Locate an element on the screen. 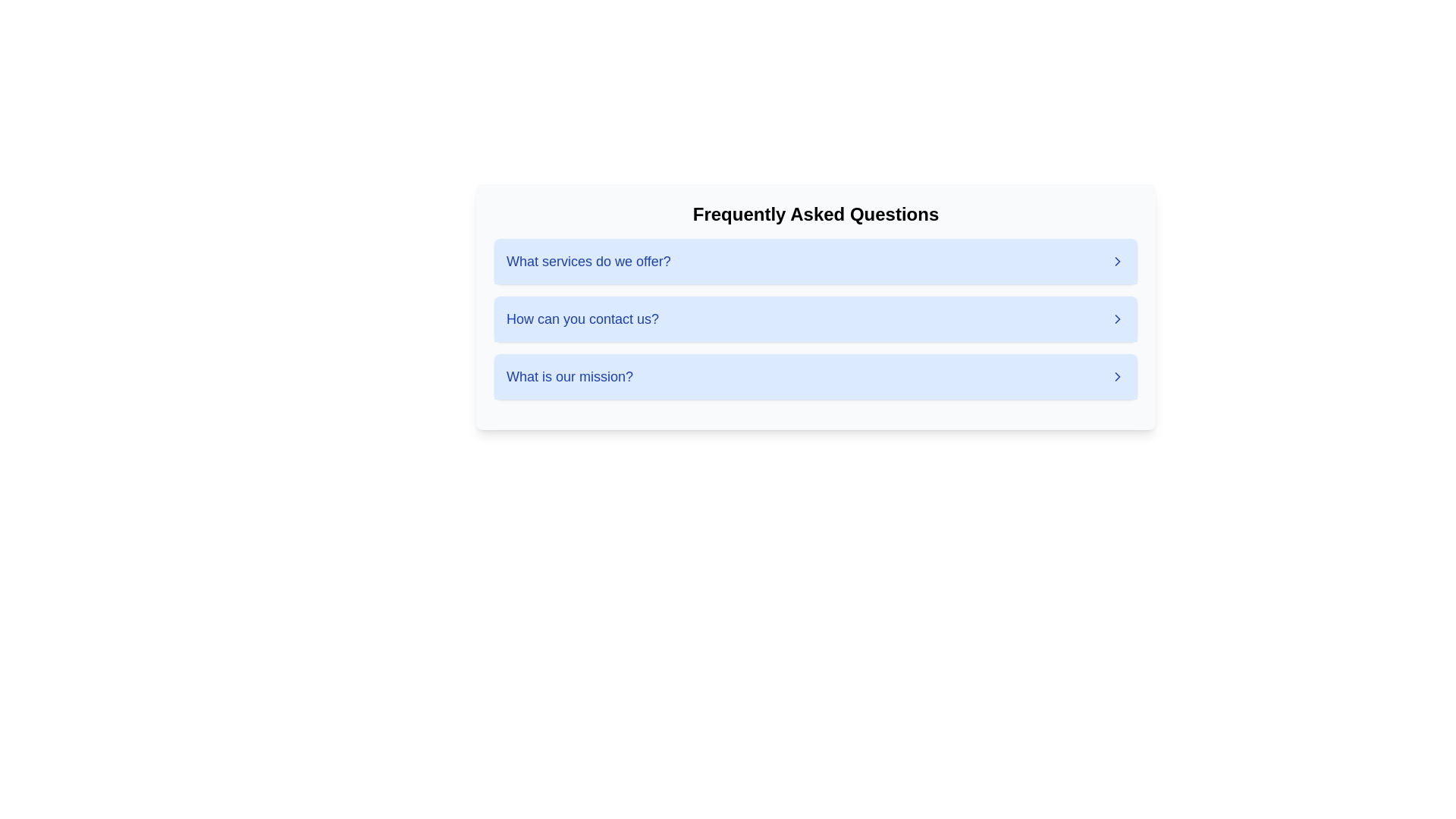 This screenshot has height=819, width=1456. text from the label that states 'What services do we offer?', which is prominently displayed in a bold blue font as the first entry in a vertically-stacked list is located at coordinates (588, 260).